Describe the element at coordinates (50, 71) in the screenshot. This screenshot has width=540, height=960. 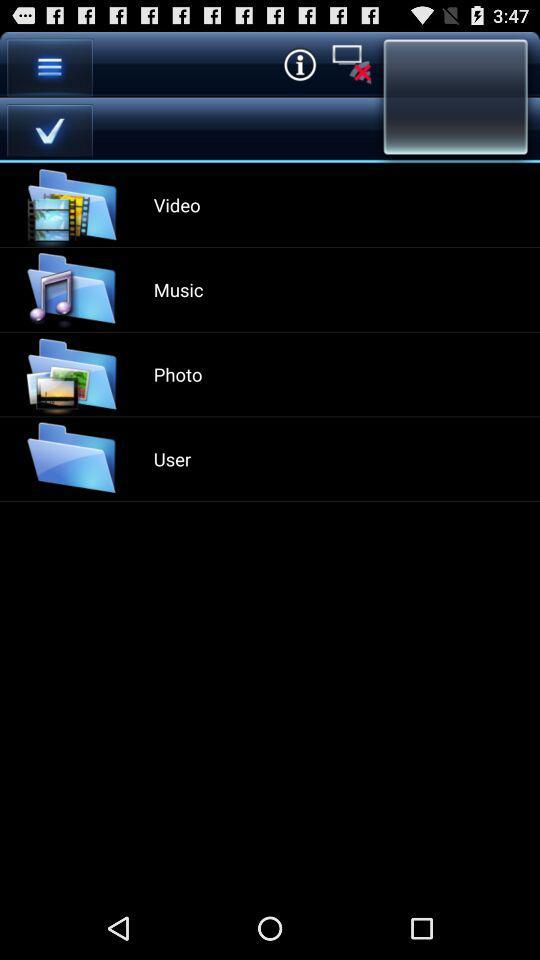
I see `the menu icon` at that location.